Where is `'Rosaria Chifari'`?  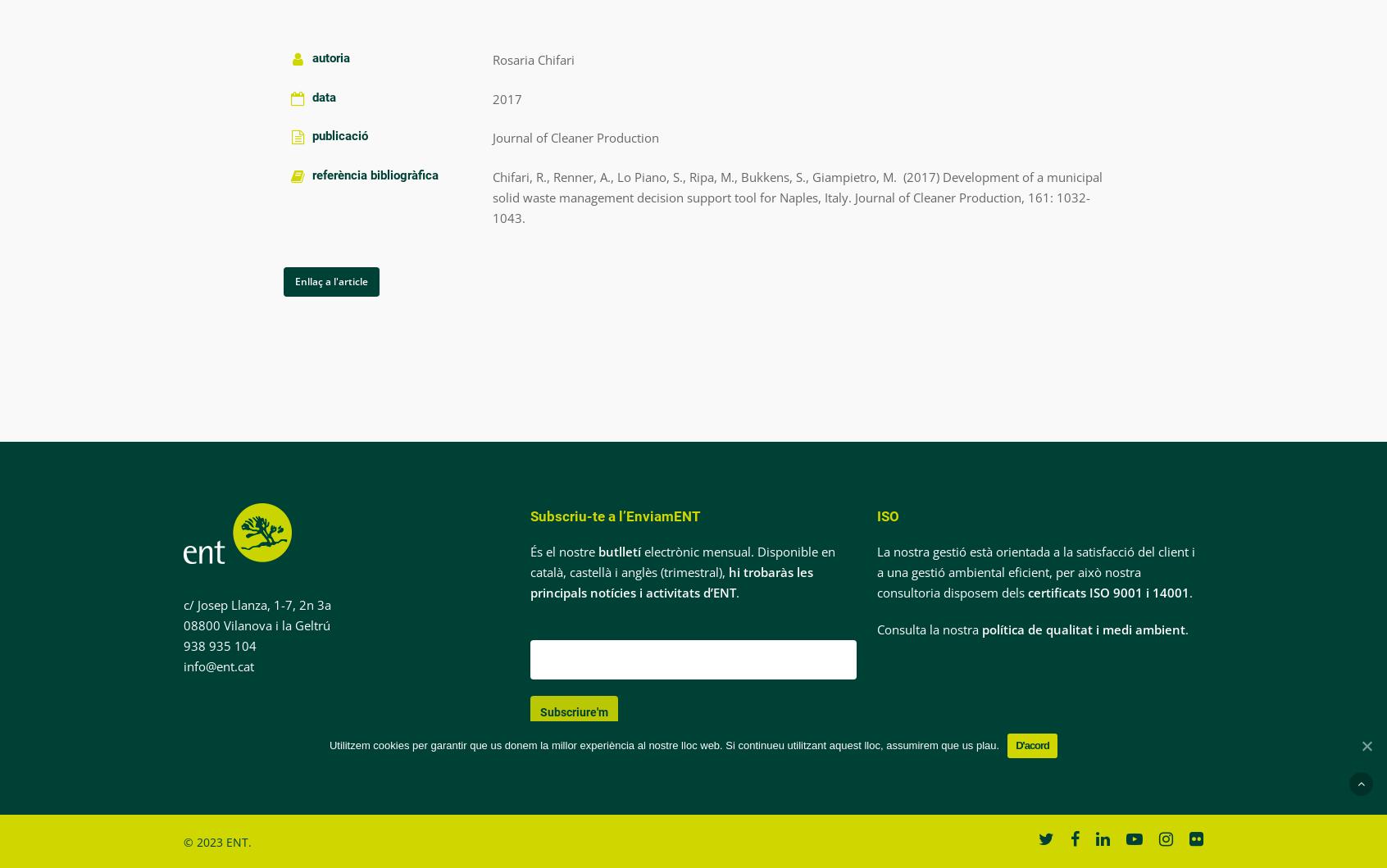 'Rosaria Chifari' is located at coordinates (534, 59).